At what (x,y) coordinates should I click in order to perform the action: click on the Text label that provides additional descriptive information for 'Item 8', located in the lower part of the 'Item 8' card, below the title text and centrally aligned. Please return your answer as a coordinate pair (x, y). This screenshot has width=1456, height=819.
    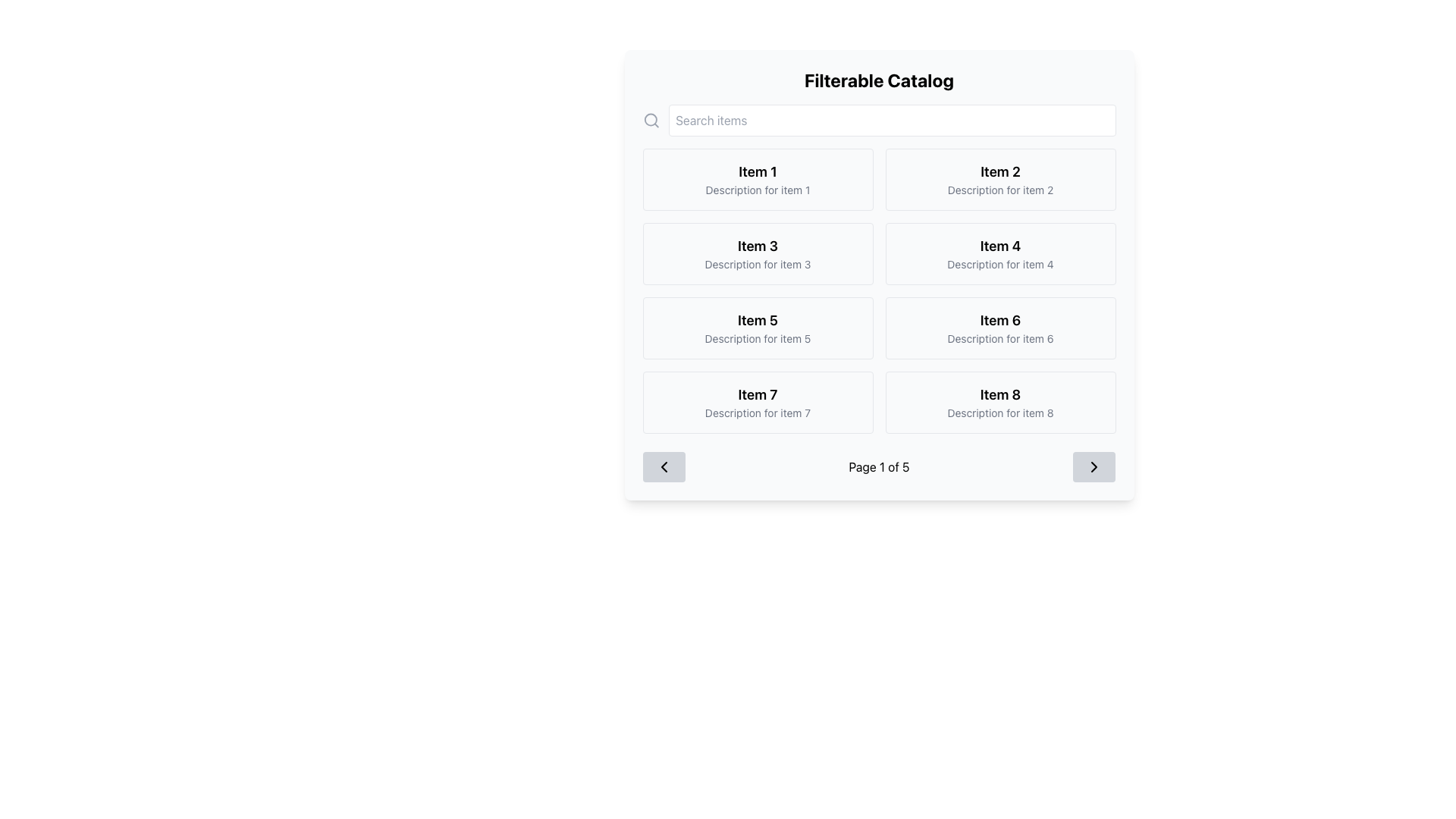
    Looking at the image, I should click on (1000, 413).